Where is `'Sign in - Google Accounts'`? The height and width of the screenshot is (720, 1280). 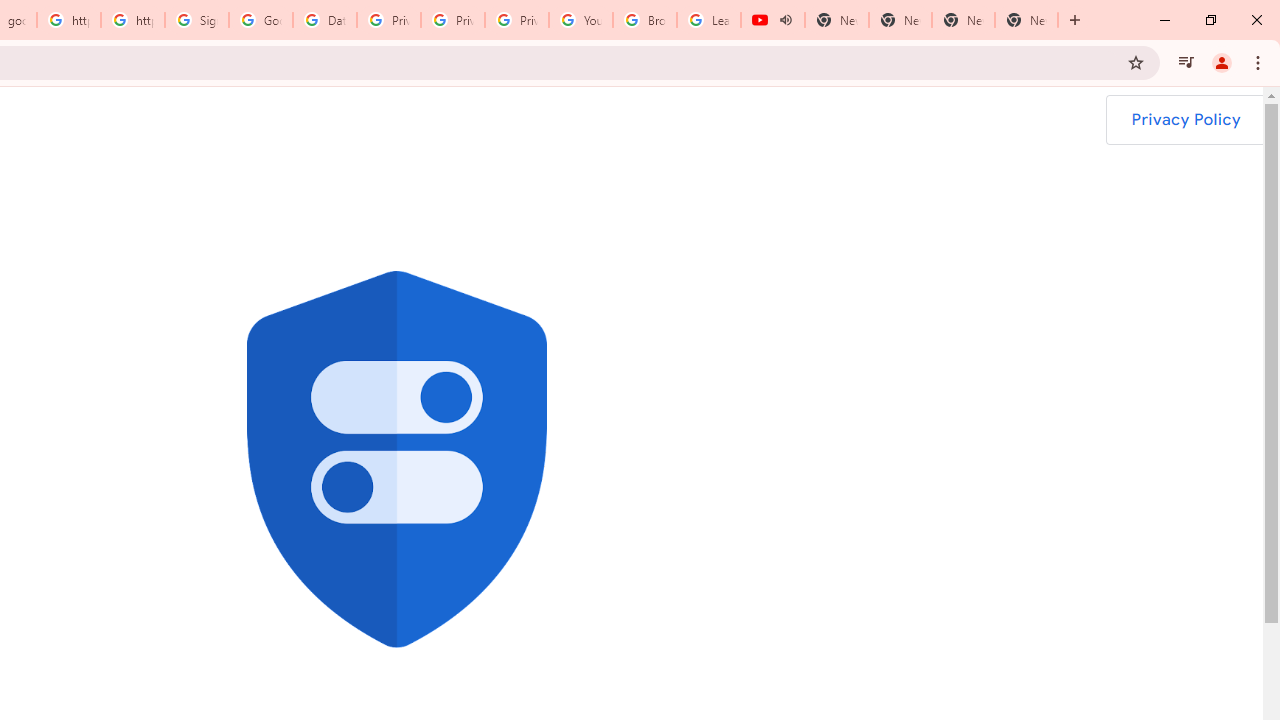
'Sign in - Google Accounts' is located at coordinates (197, 20).